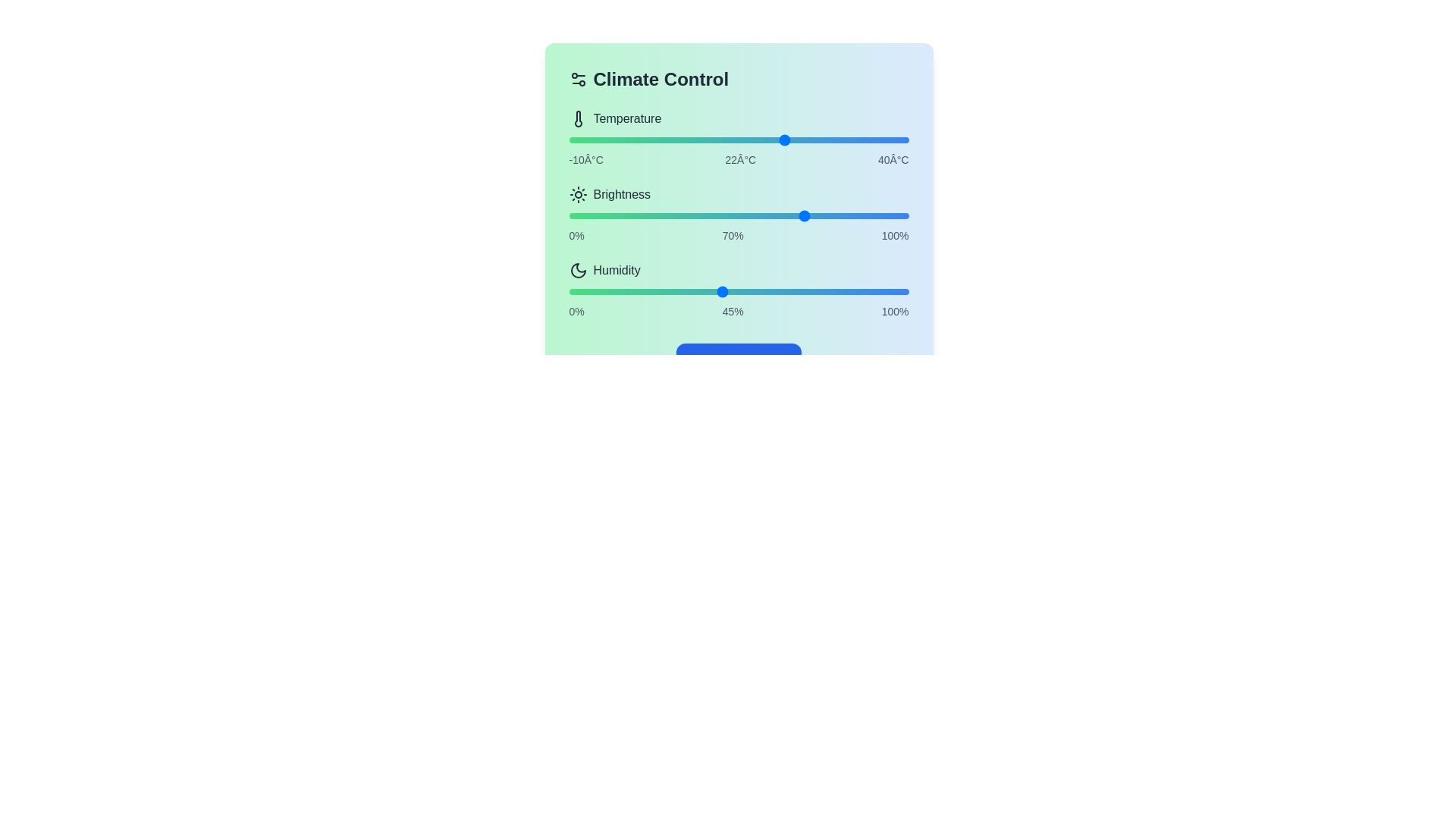 The height and width of the screenshot is (819, 1456). What do you see at coordinates (833, 216) in the screenshot?
I see `the brightness level` at bounding box center [833, 216].